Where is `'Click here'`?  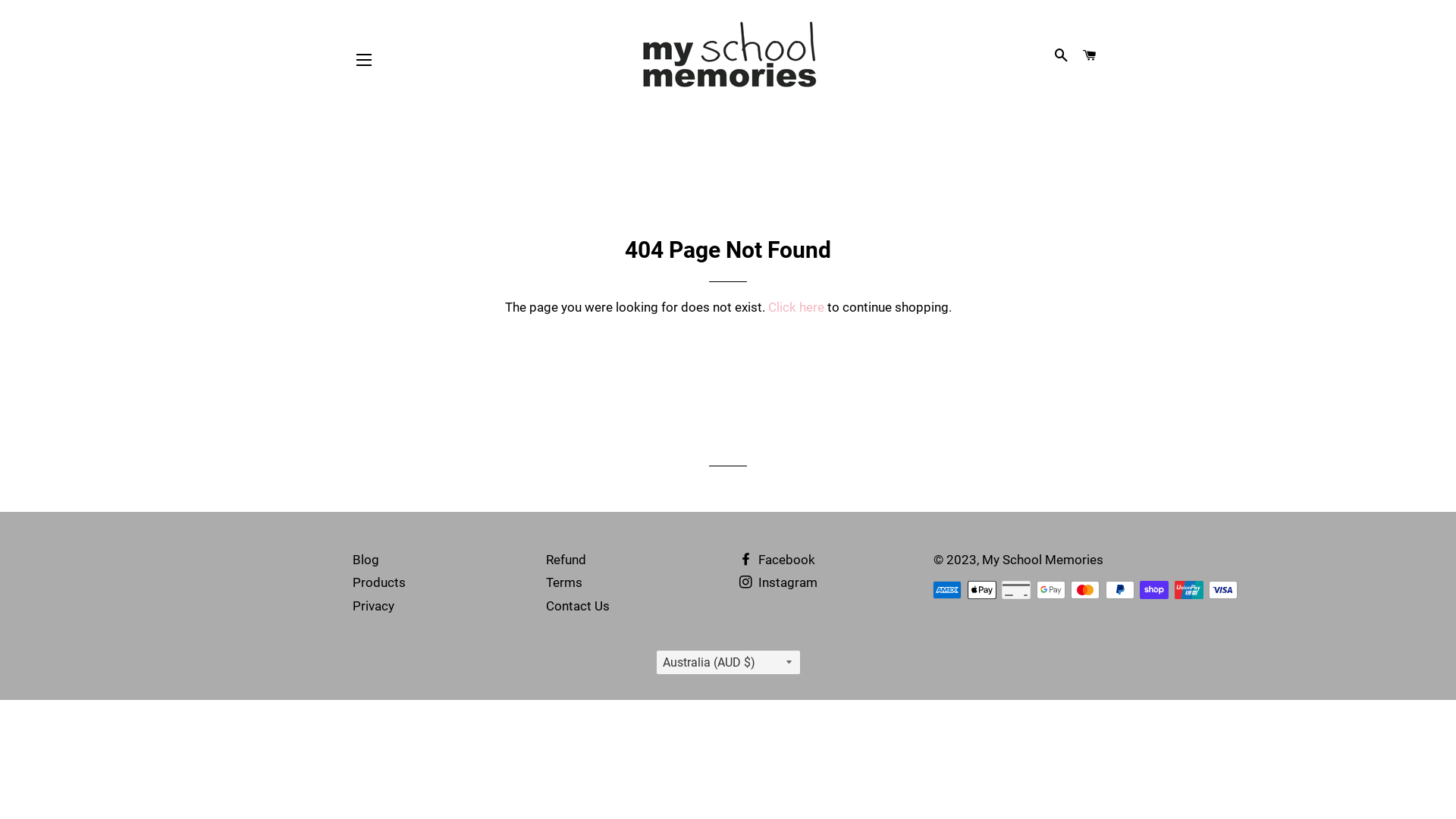
'Click here' is located at coordinates (795, 307).